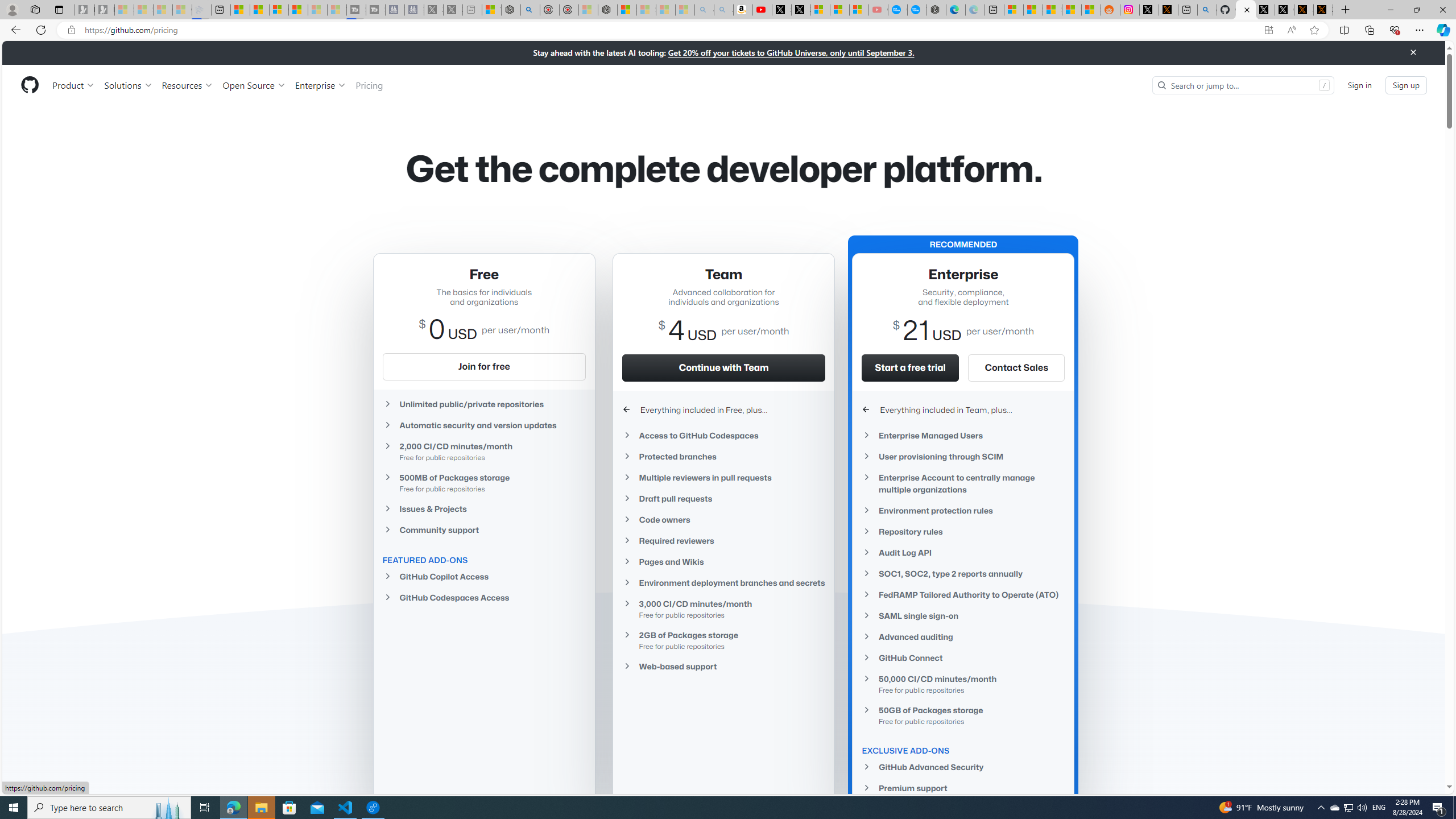 Image resolution: width=1456 pixels, height=819 pixels. Describe the element at coordinates (723, 583) in the screenshot. I see `'Environment deployment branches and secrets'` at that location.